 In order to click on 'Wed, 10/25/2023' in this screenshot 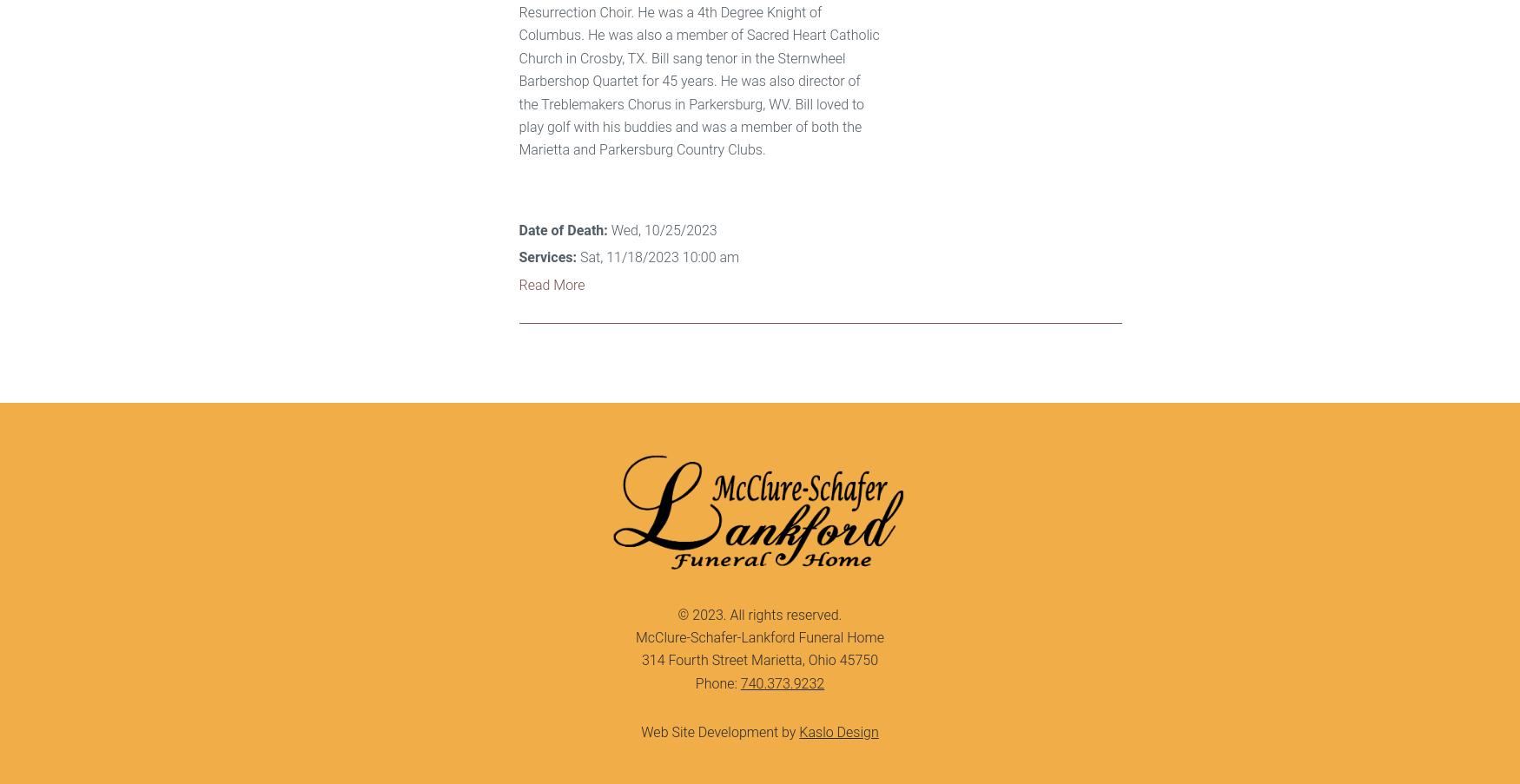, I will do `click(660, 229)`.